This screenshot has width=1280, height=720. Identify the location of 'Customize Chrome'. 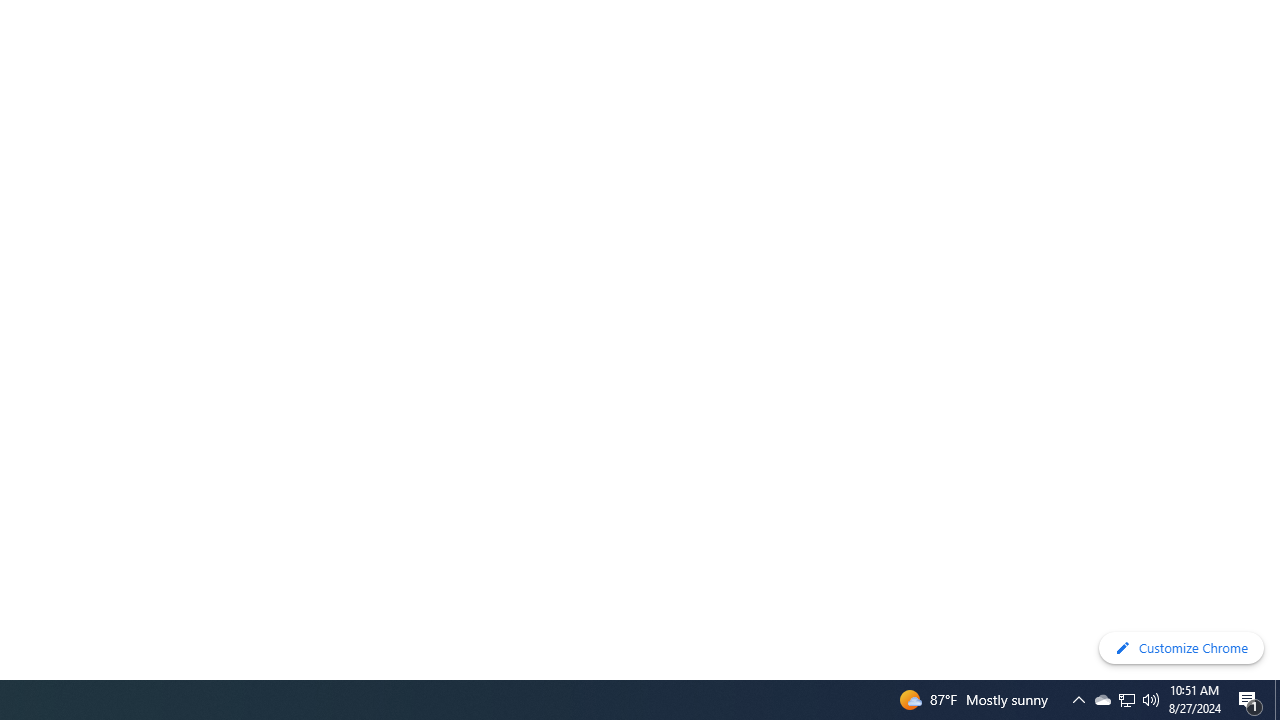
(1181, 648).